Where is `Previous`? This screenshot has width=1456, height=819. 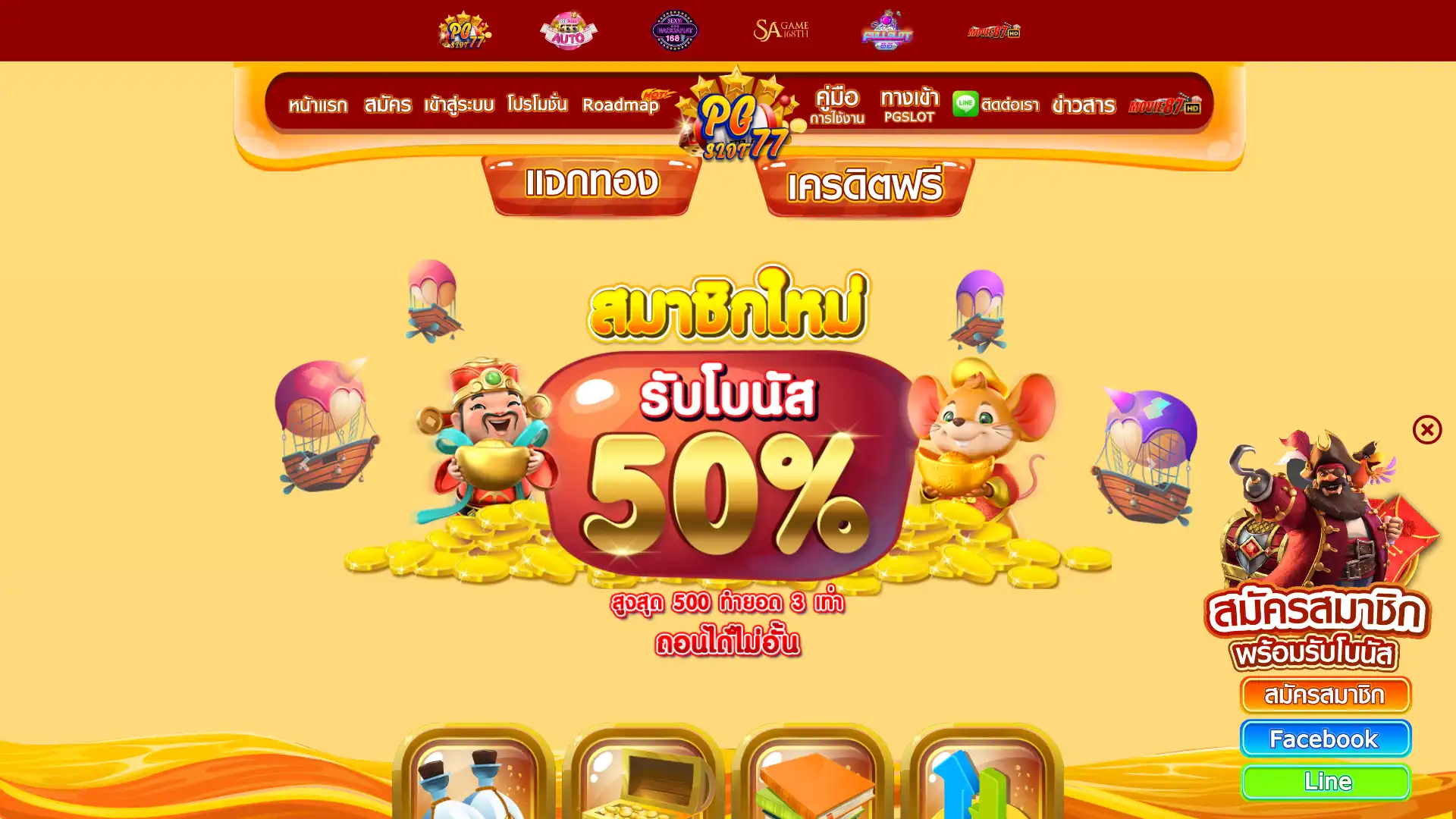
Previous is located at coordinates (303, 462).